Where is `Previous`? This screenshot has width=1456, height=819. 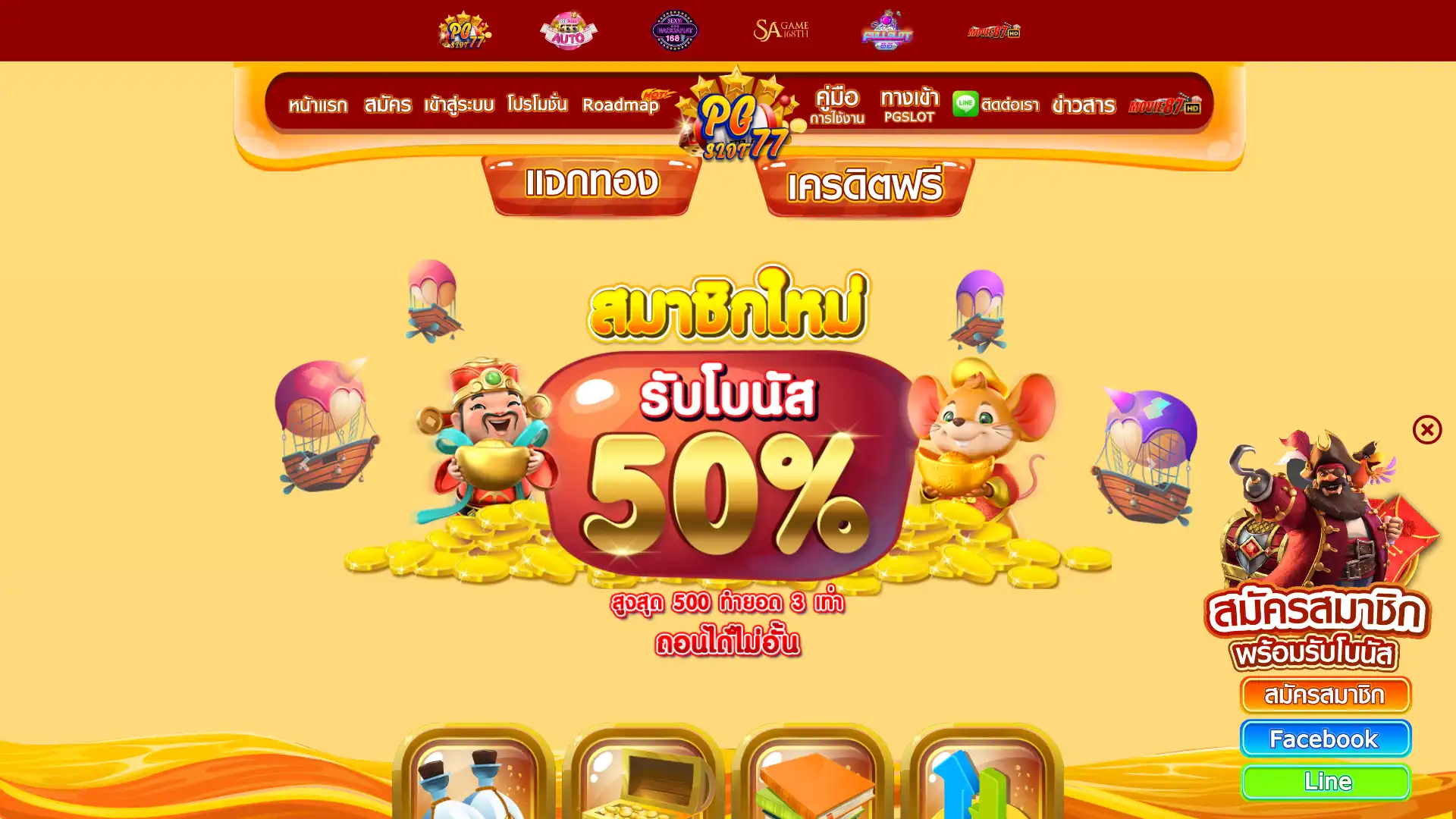
Previous is located at coordinates (303, 462).